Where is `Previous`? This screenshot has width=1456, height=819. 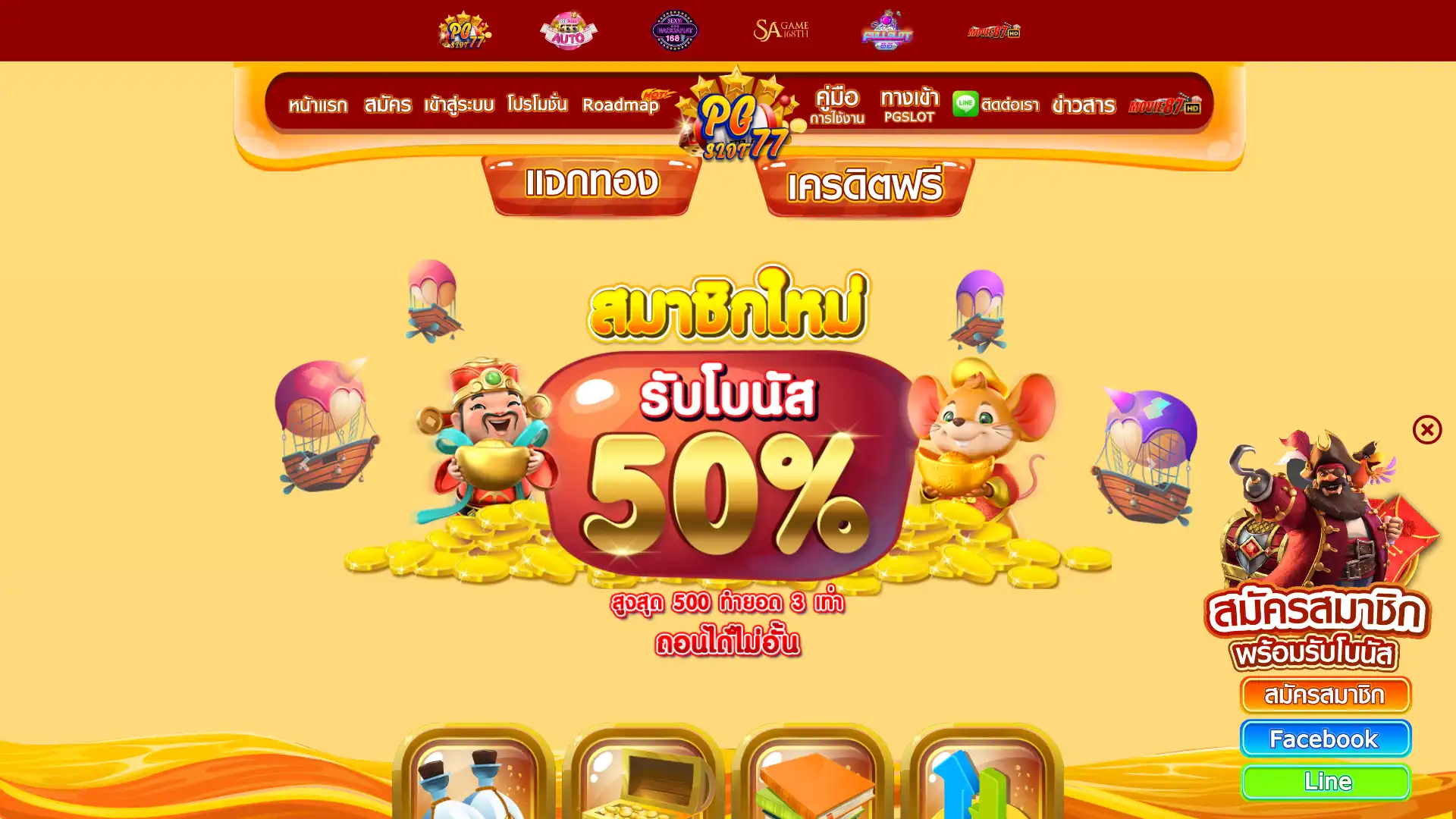
Previous is located at coordinates (303, 462).